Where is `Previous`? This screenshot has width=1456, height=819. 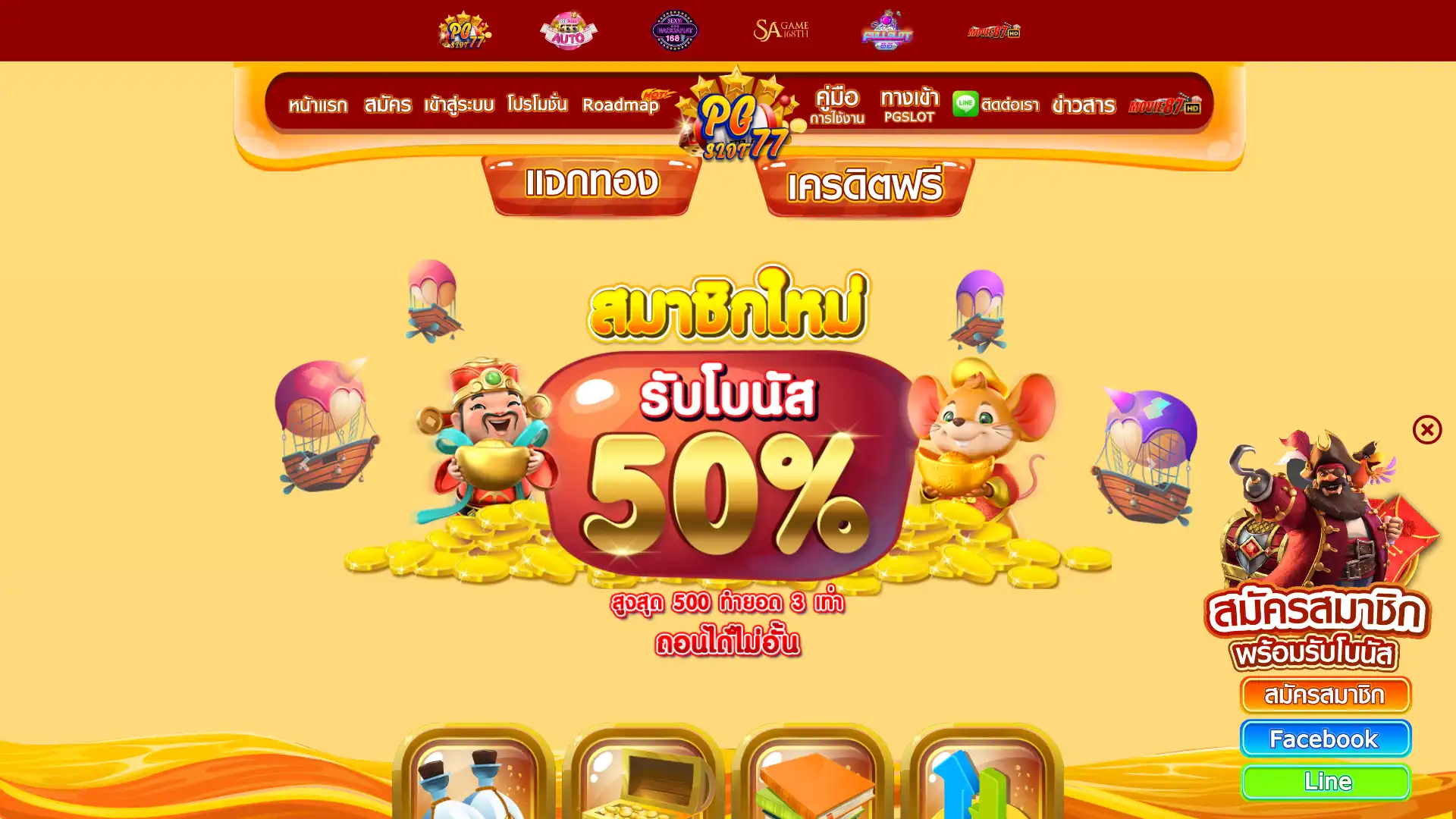
Previous is located at coordinates (303, 462).